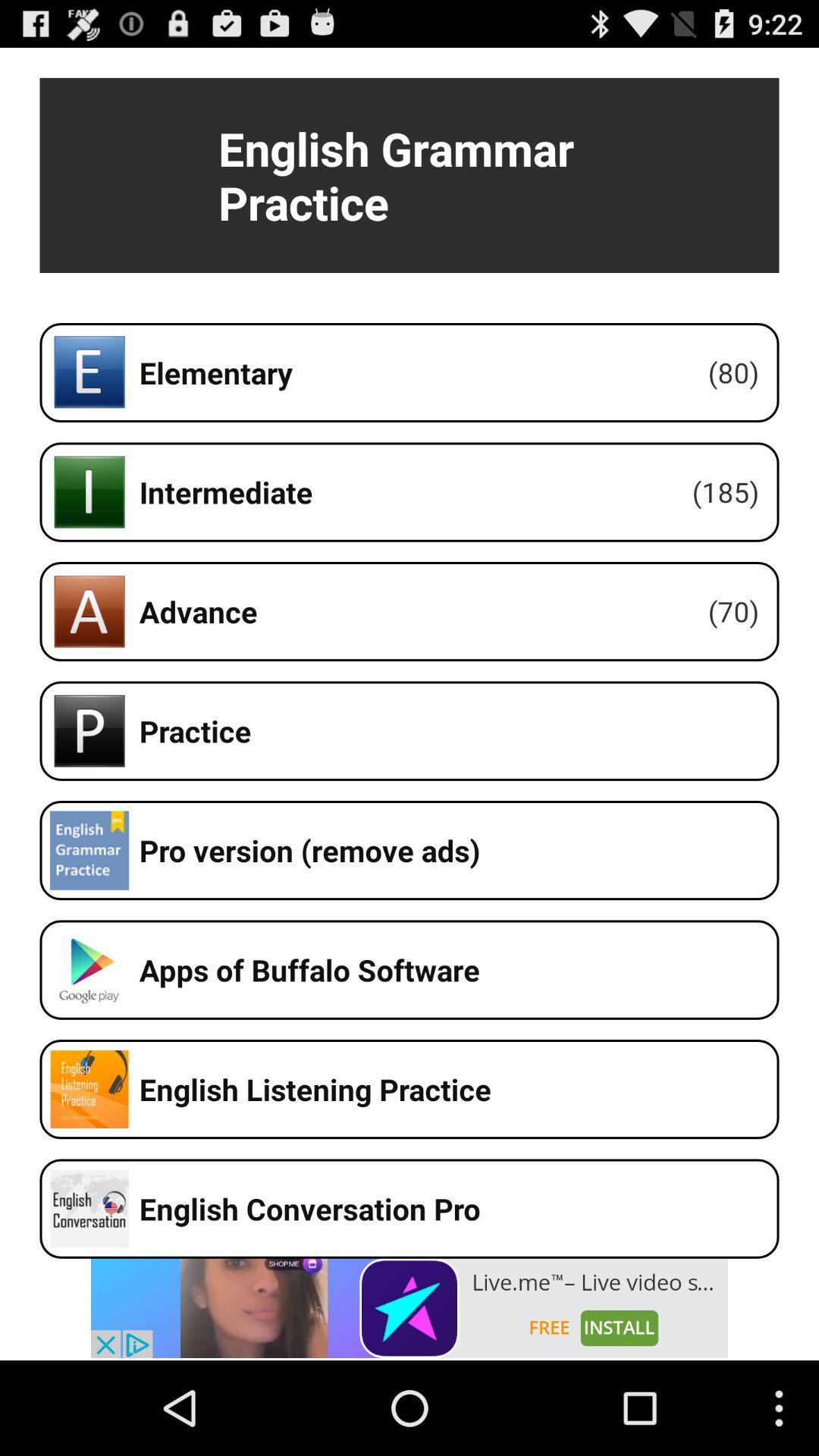 Image resolution: width=819 pixels, height=1456 pixels. What do you see at coordinates (89, 492) in the screenshot?
I see `the icon beside intermediate` at bounding box center [89, 492].